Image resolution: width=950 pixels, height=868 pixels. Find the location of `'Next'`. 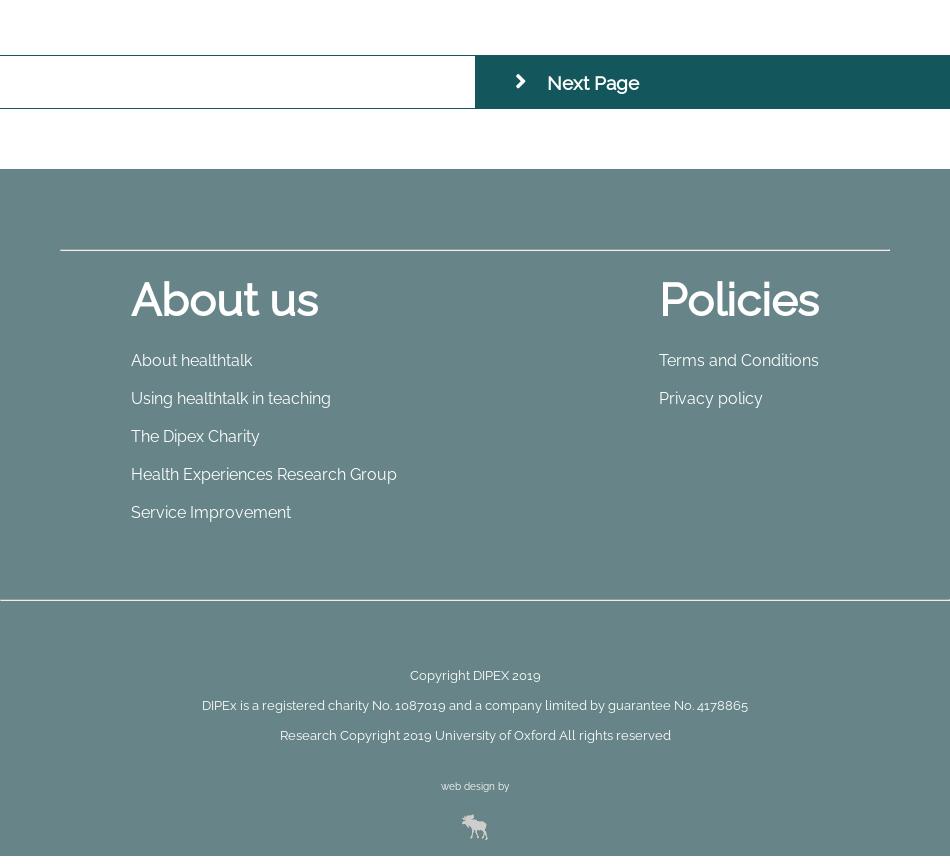

'Next' is located at coordinates (547, 82).